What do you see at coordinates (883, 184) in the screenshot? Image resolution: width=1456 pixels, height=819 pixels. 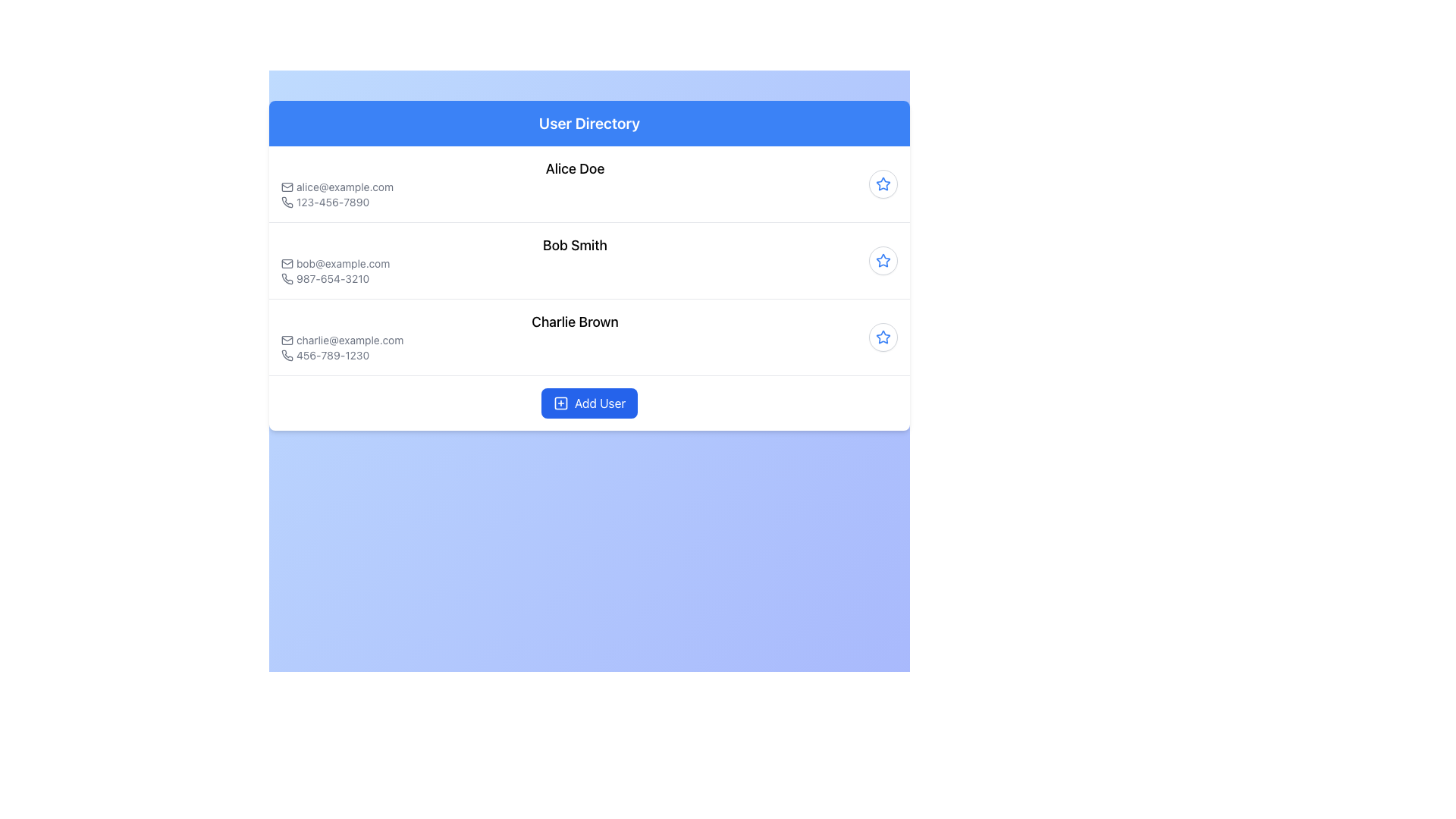 I see `the circular button with a blue hollow star icon located adjacent to 'Alice Doe' in the User Directory` at bounding box center [883, 184].